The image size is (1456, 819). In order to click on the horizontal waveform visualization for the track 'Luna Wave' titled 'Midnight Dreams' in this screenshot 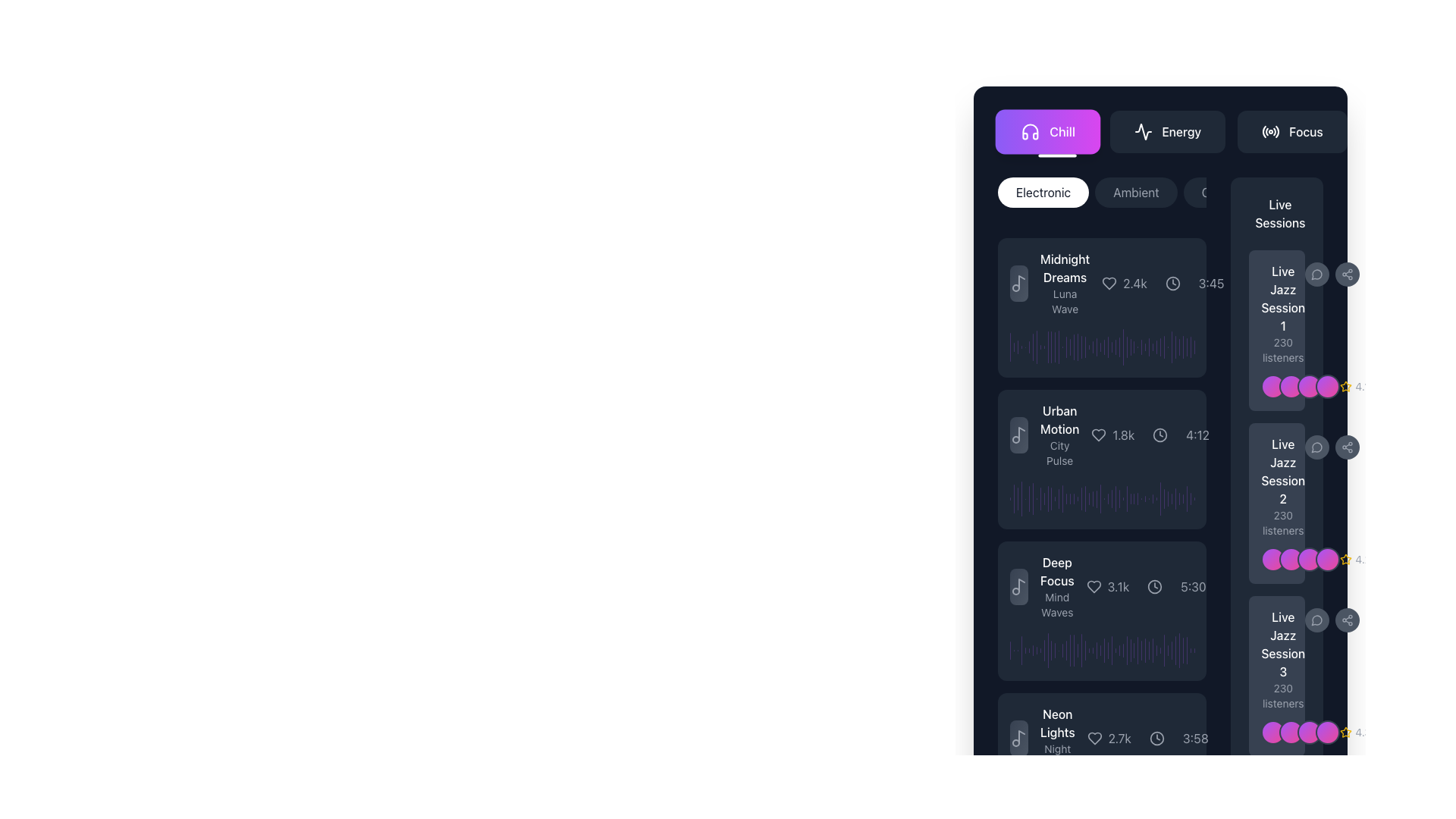, I will do `click(1102, 347)`.